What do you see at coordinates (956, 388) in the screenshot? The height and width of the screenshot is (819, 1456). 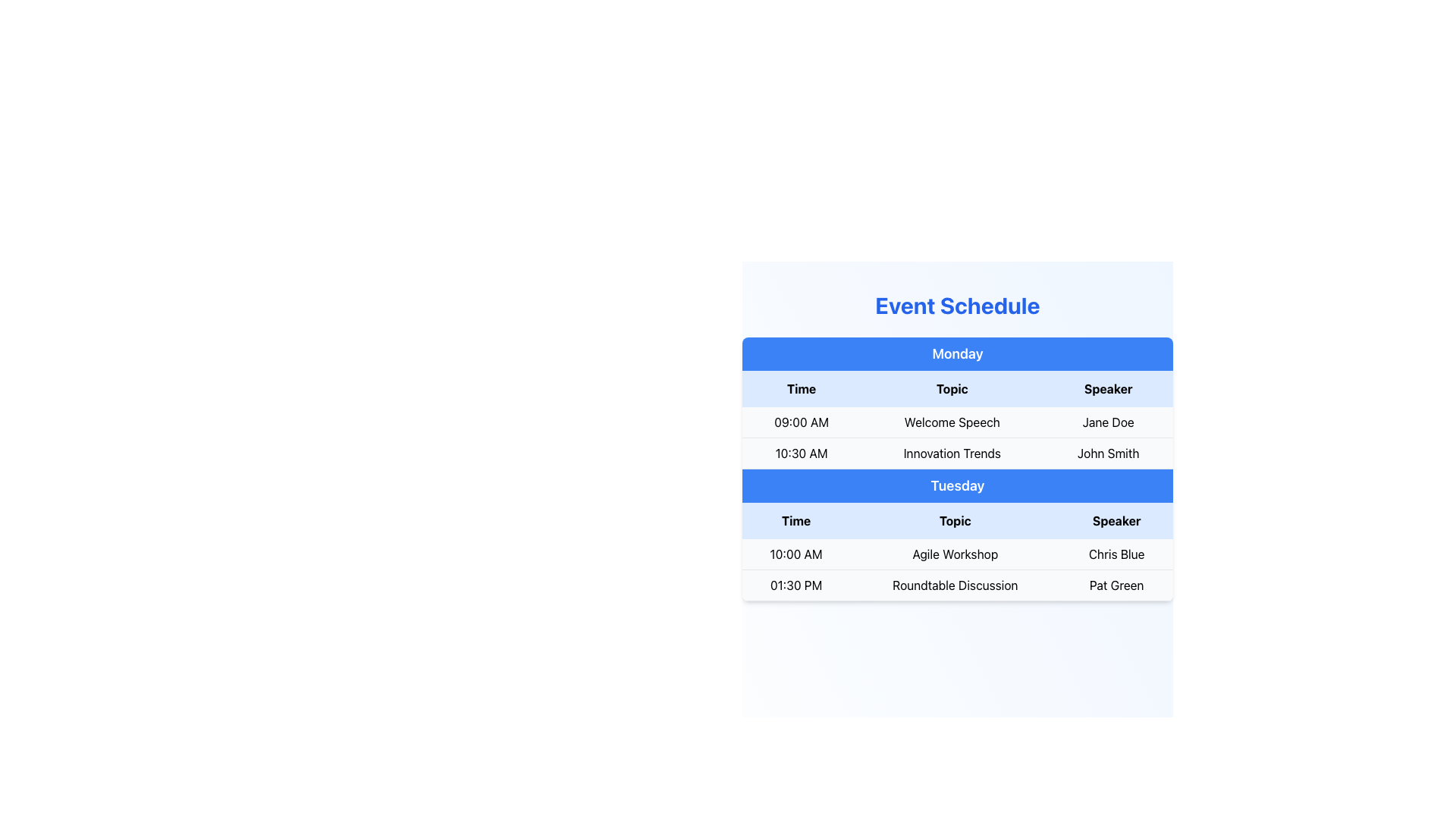 I see `the Table Header Row of the schedule table, which categorizes the subsequent rows into 'Time,' 'Topic,' and 'Speaker.' This row is located directly below the blue section labeled 'Monday.'` at bounding box center [956, 388].